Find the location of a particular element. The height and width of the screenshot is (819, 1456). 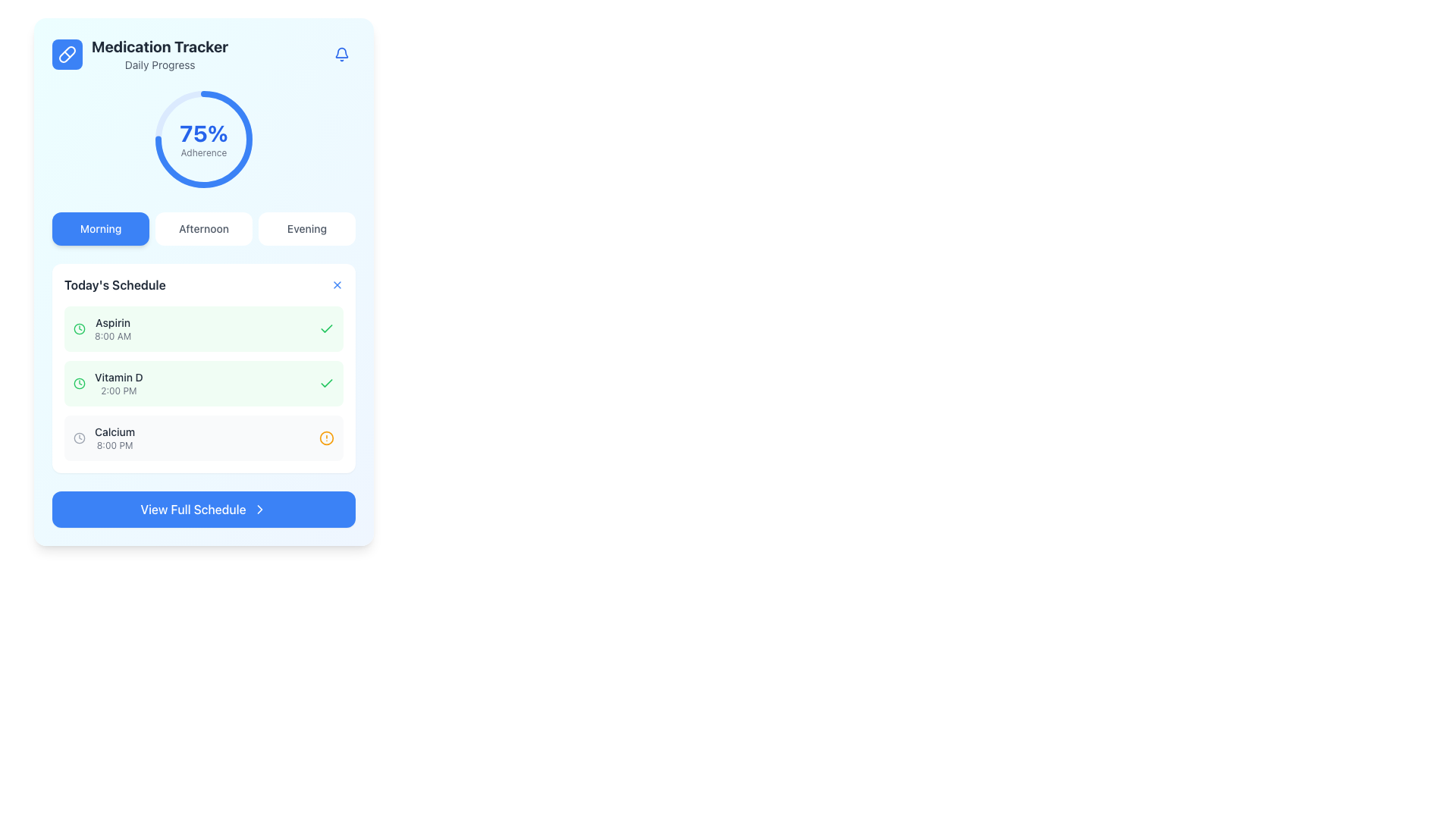

the 'Morning' button, which is a rectangular button with rounded corners, blue background, and white text, positioned at the top-left of three horizontal buttons is located at coordinates (100, 228).